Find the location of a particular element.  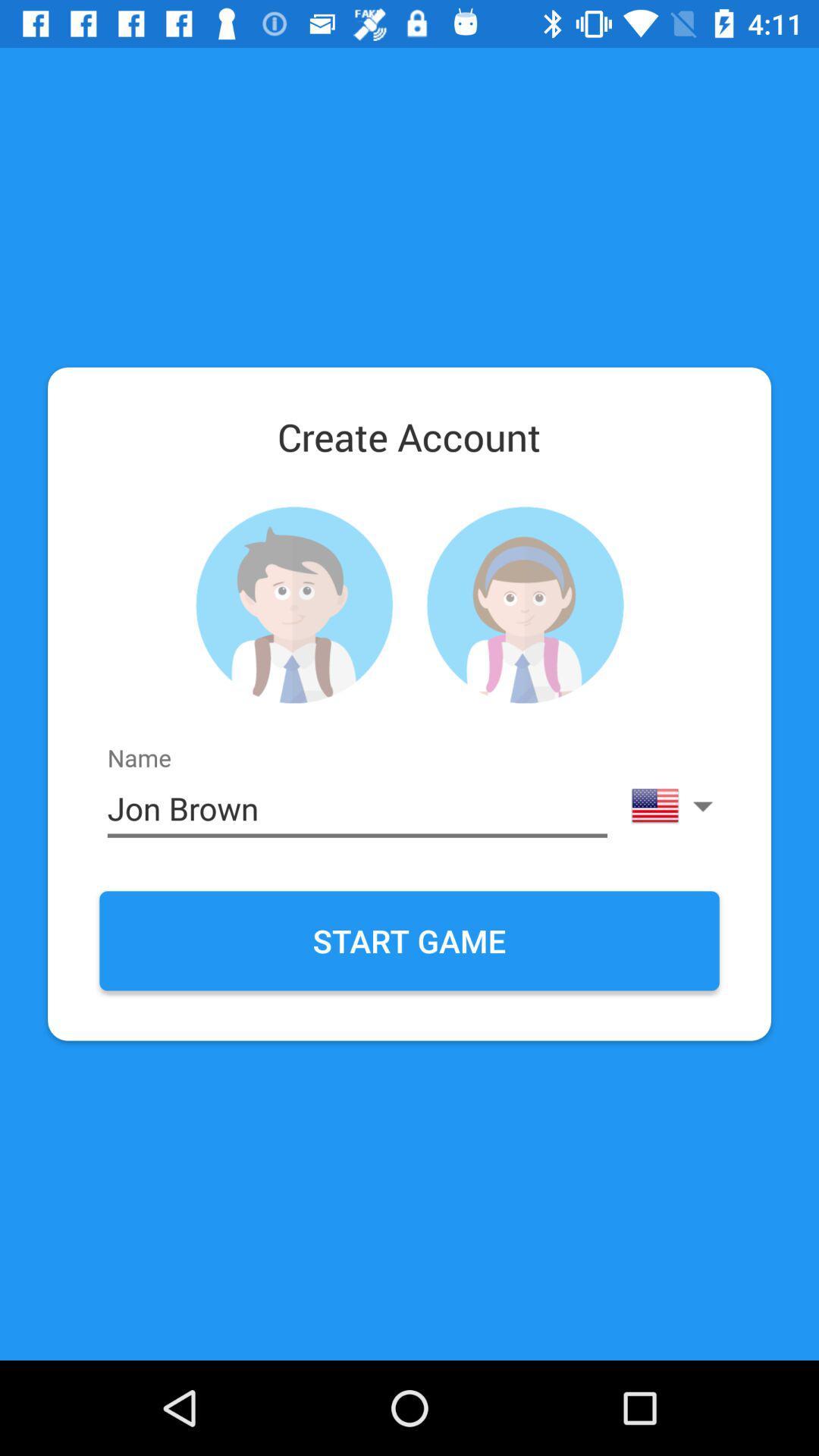

identify as female is located at coordinates (524, 604).